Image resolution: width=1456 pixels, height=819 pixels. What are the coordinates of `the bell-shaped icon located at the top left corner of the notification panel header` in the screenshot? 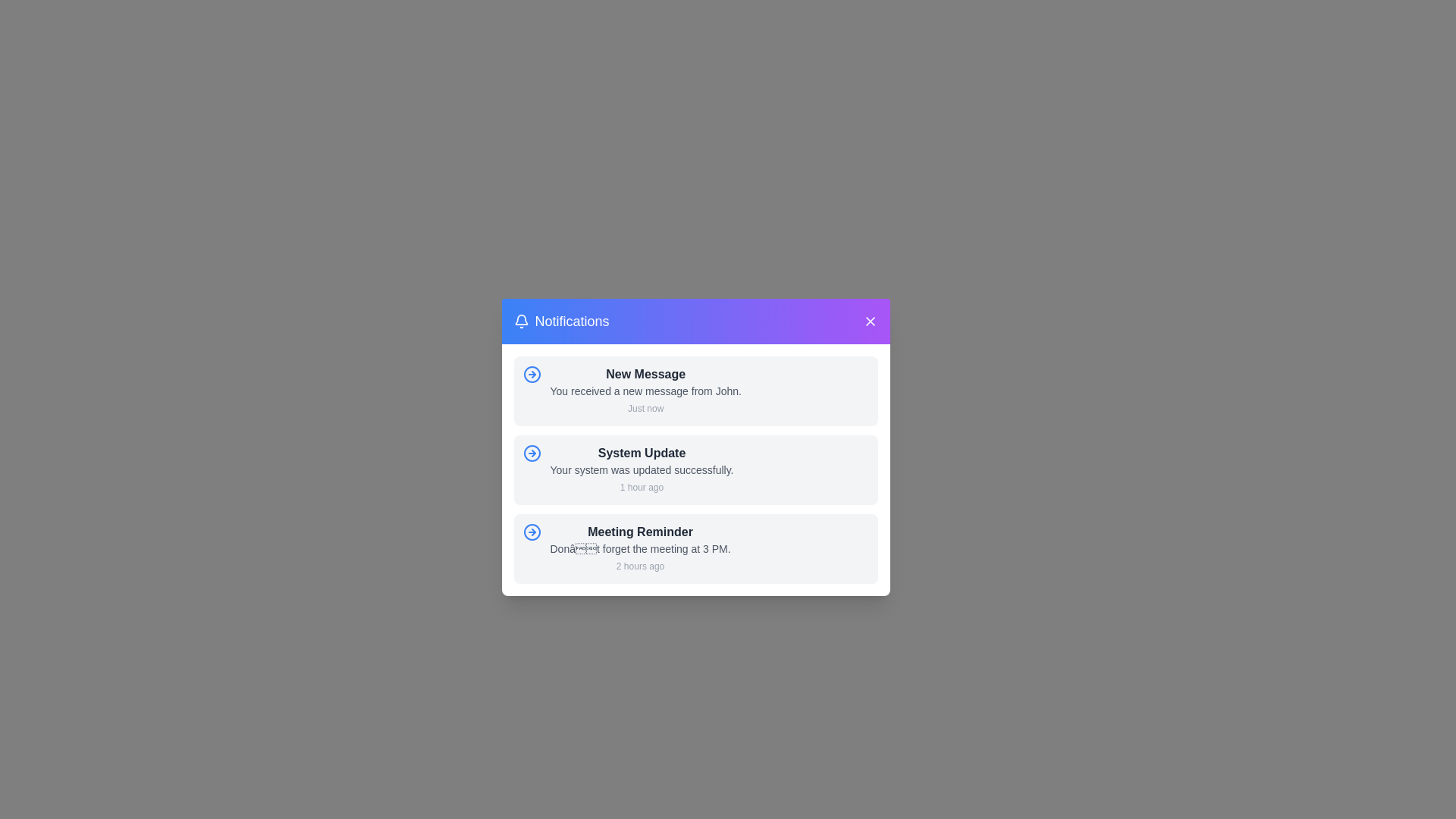 It's located at (521, 321).